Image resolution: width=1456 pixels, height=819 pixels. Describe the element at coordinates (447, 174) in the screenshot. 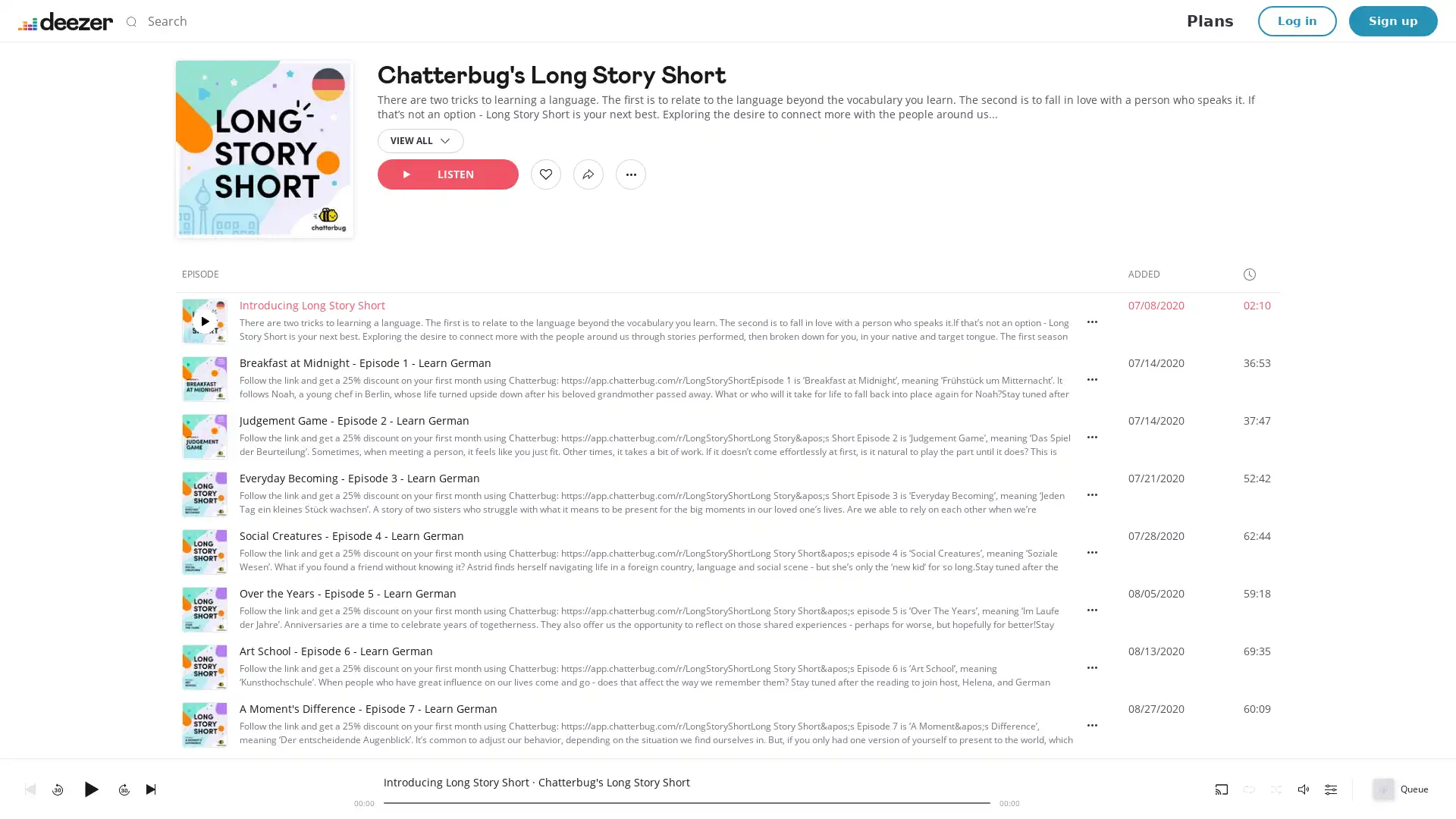

I see `LISTEN` at that location.